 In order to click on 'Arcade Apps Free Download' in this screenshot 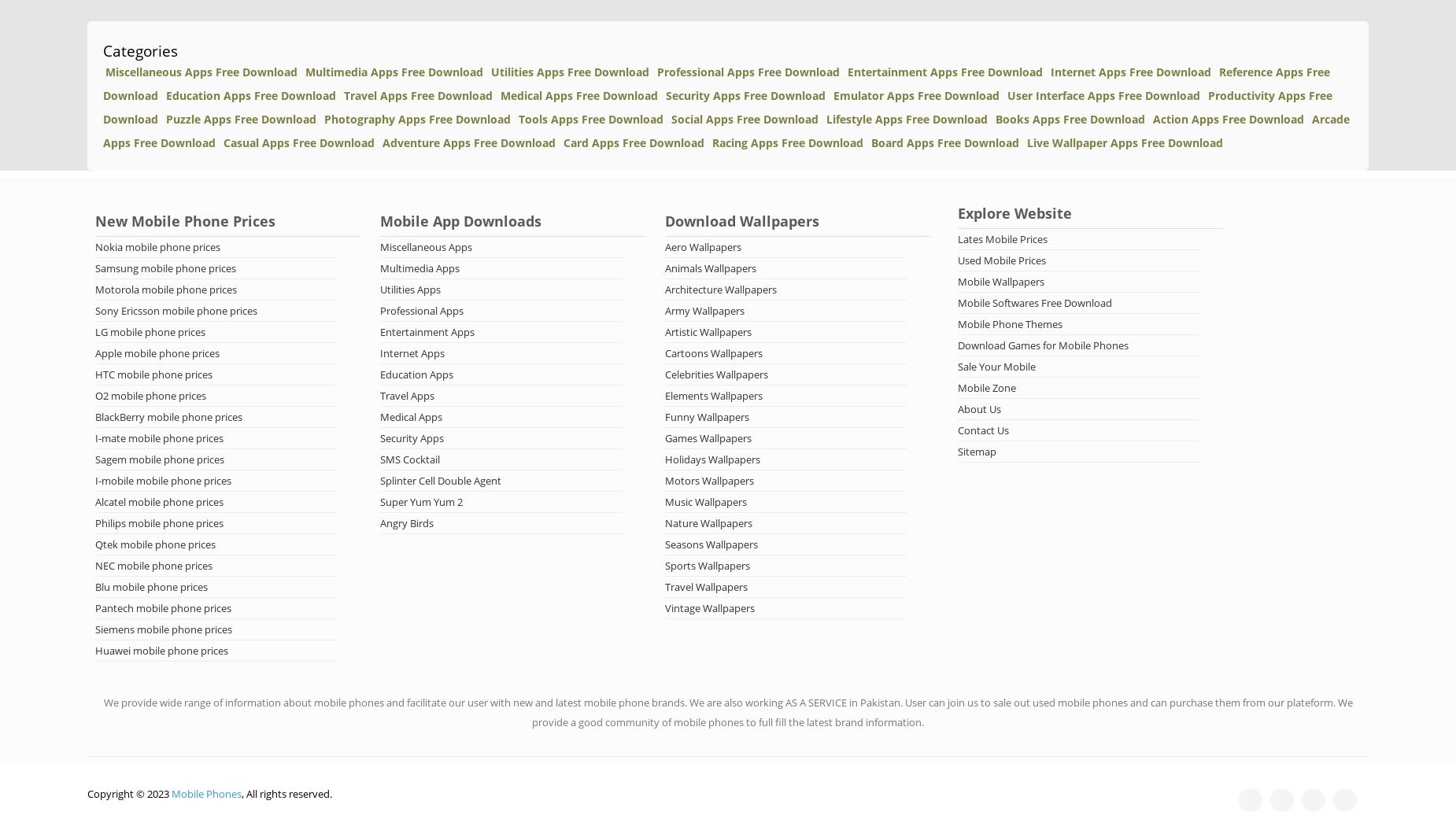, I will do `click(102, 131)`.